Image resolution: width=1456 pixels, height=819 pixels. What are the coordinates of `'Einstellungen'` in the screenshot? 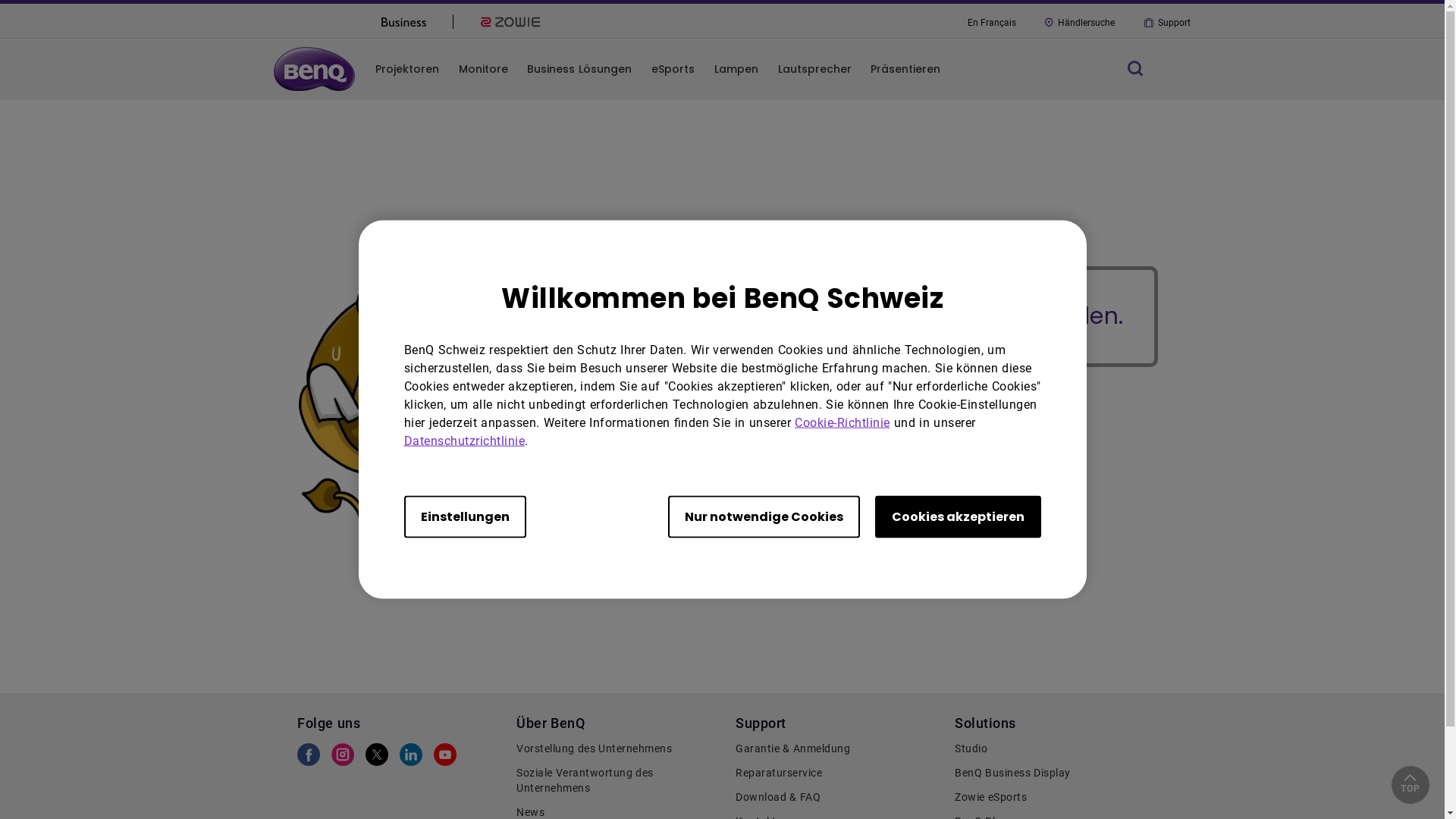 It's located at (463, 516).